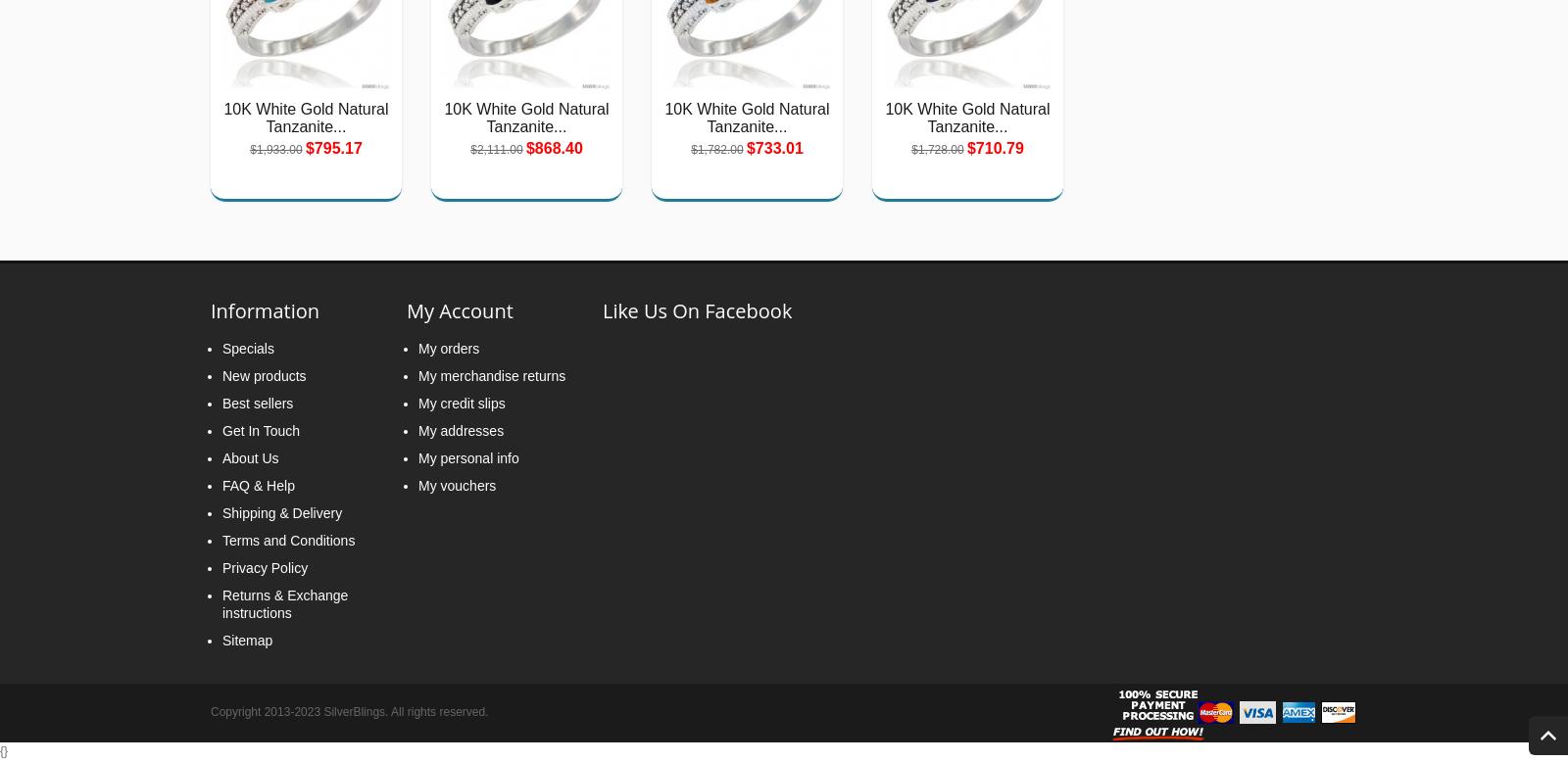 Image resolution: width=1568 pixels, height=762 pixels. I want to click on 'My merchandise returns', so click(490, 375).